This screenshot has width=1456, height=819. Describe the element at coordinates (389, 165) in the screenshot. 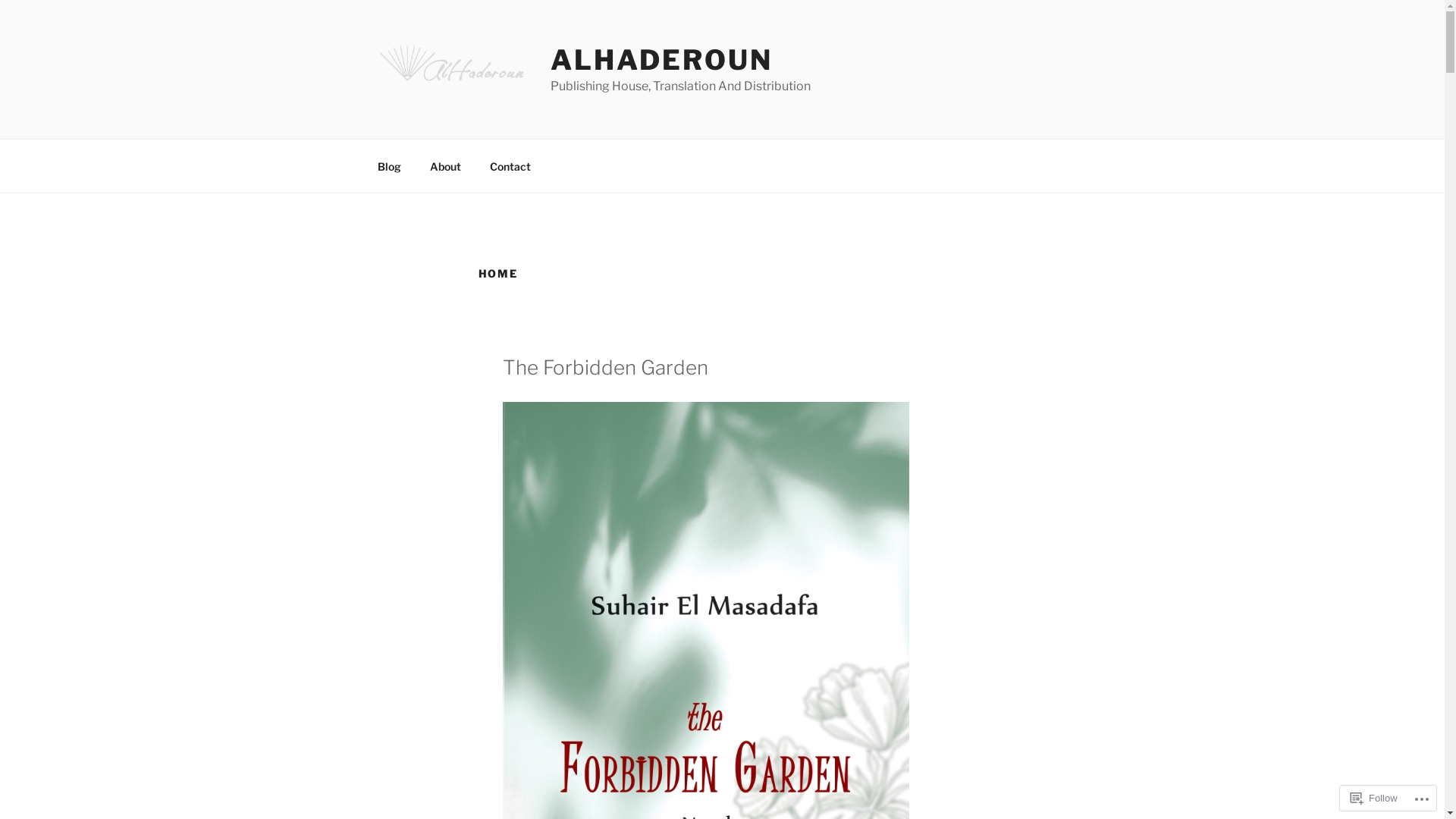

I see `'Blog'` at that location.